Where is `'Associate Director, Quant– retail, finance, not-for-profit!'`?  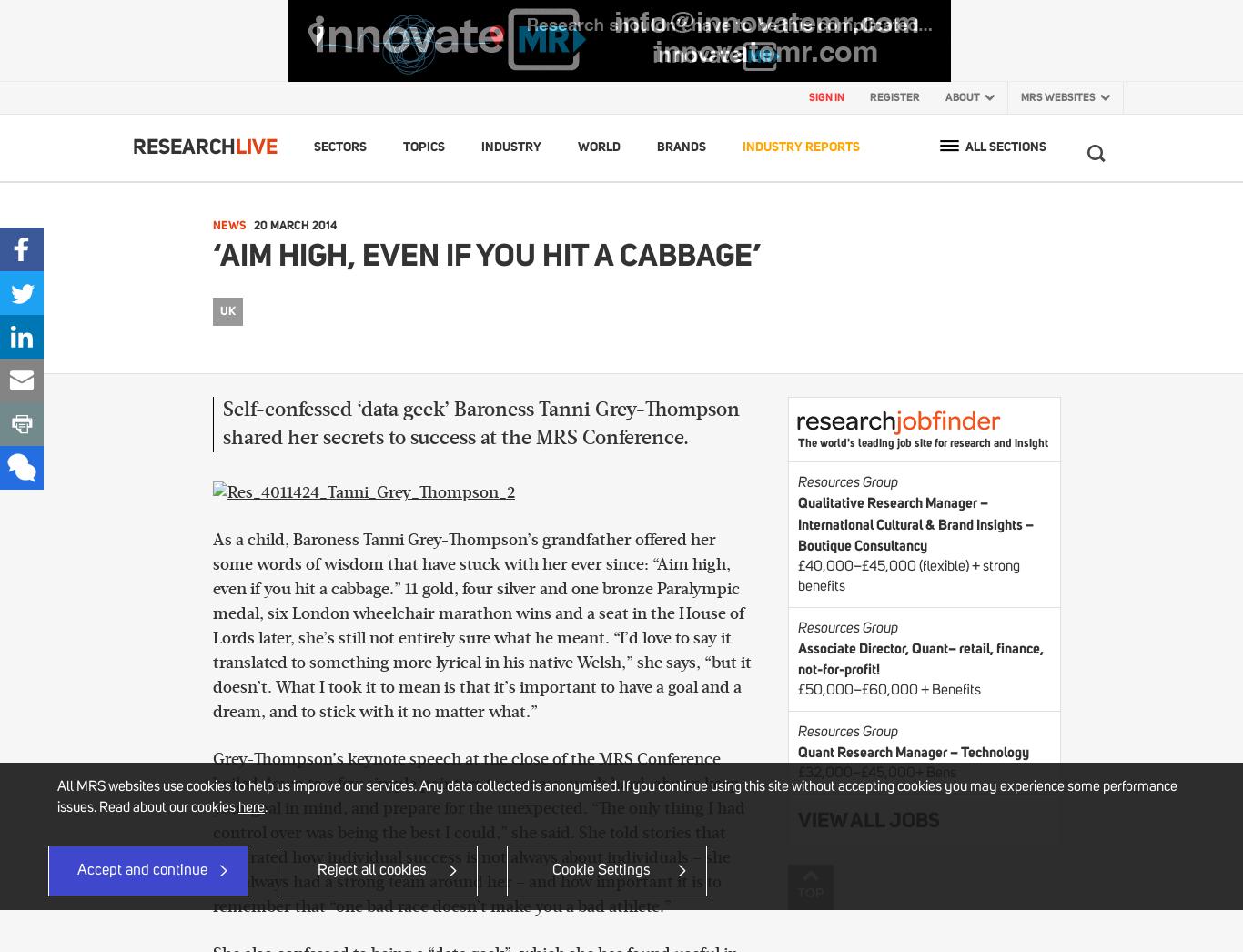 'Associate Director, Quant– retail, finance, not-for-profit!' is located at coordinates (920, 659).